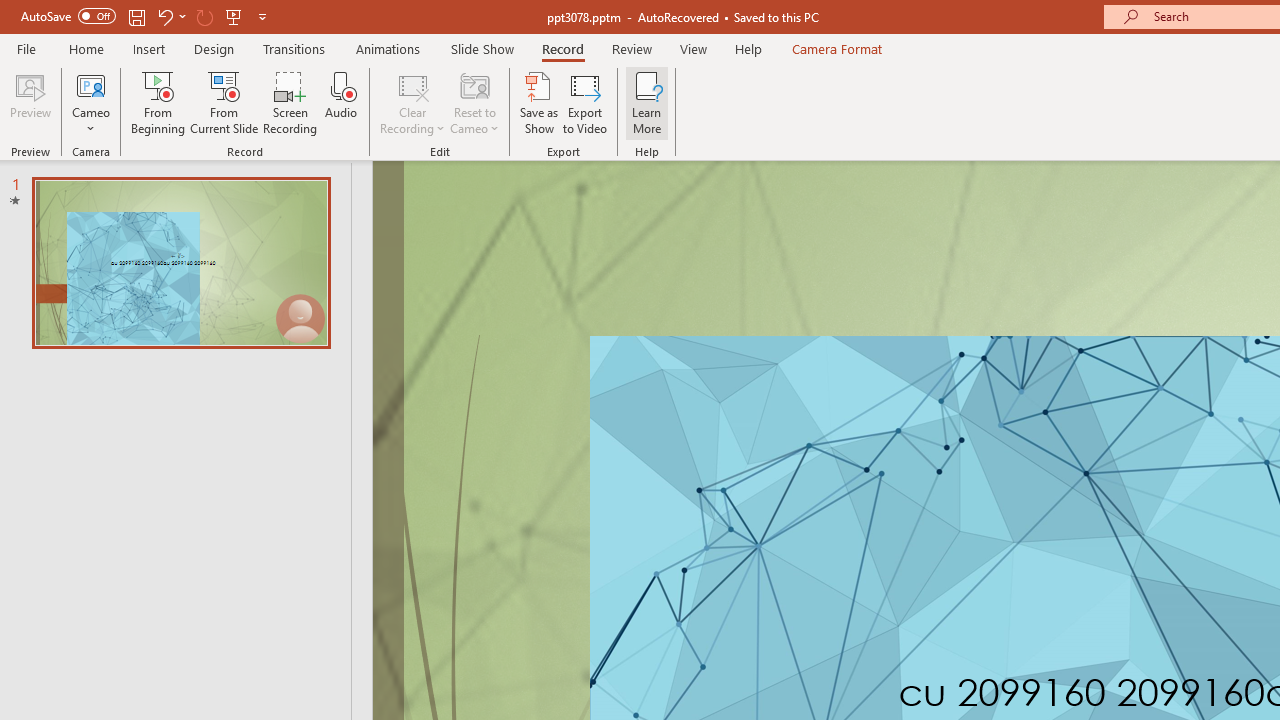 The width and height of the screenshot is (1280, 720). What do you see at coordinates (157, 103) in the screenshot?
I see `'From Beginning...'` at bounding box center [157, 103].